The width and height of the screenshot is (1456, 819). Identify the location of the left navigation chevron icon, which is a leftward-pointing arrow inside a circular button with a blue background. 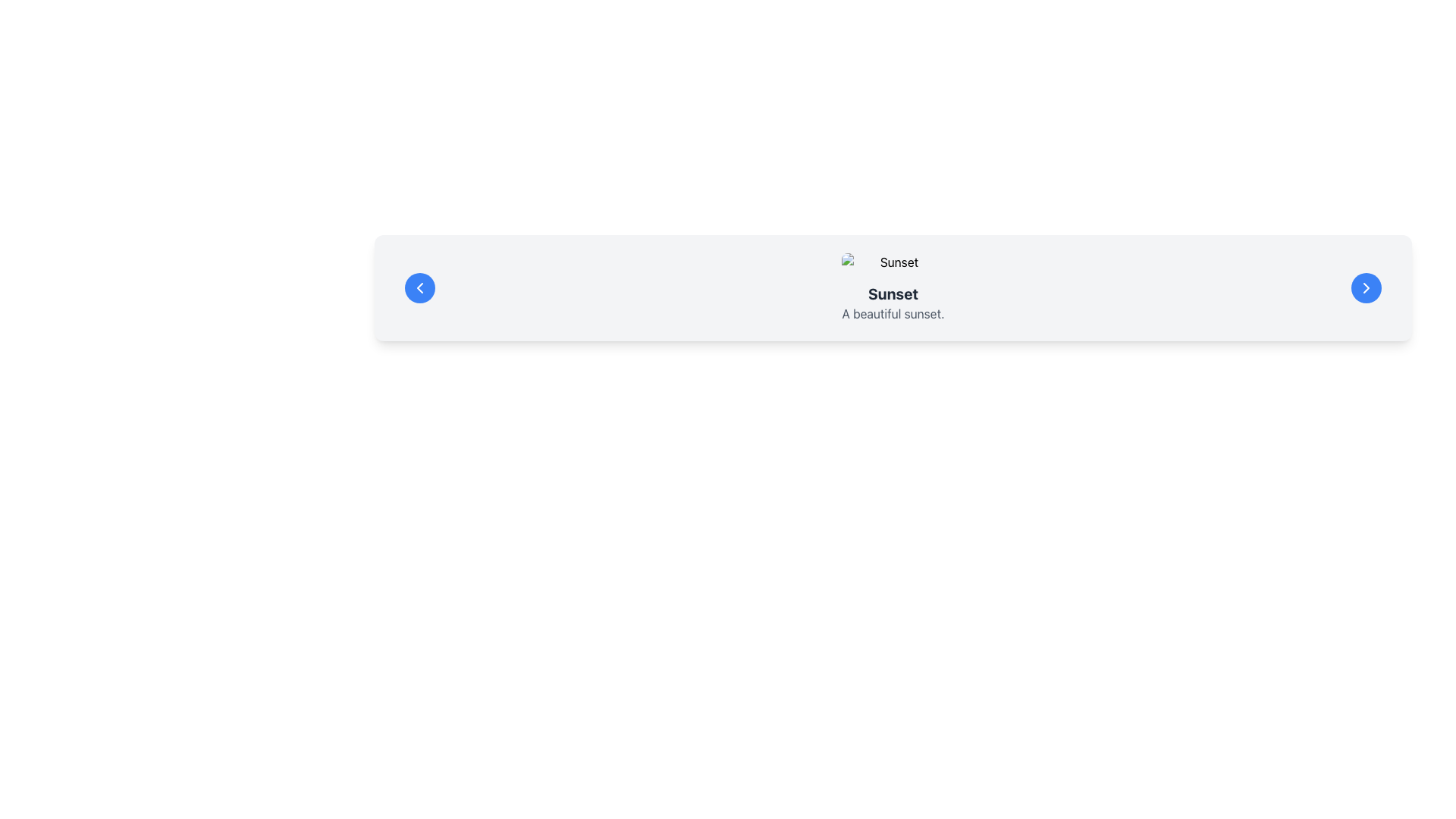
(419, 288).